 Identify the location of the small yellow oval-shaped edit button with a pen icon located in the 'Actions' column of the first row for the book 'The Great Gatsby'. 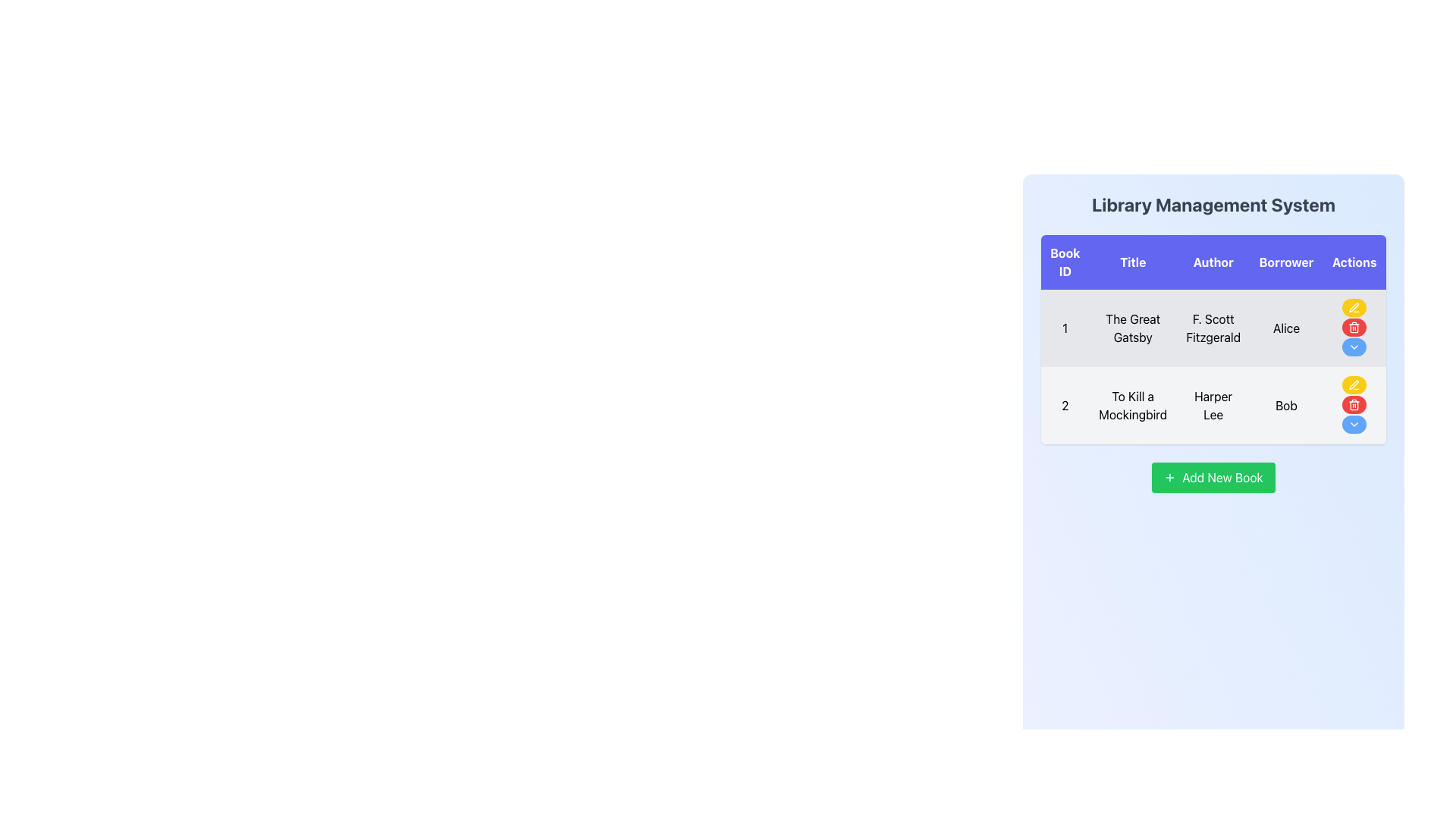
(1354, 307).